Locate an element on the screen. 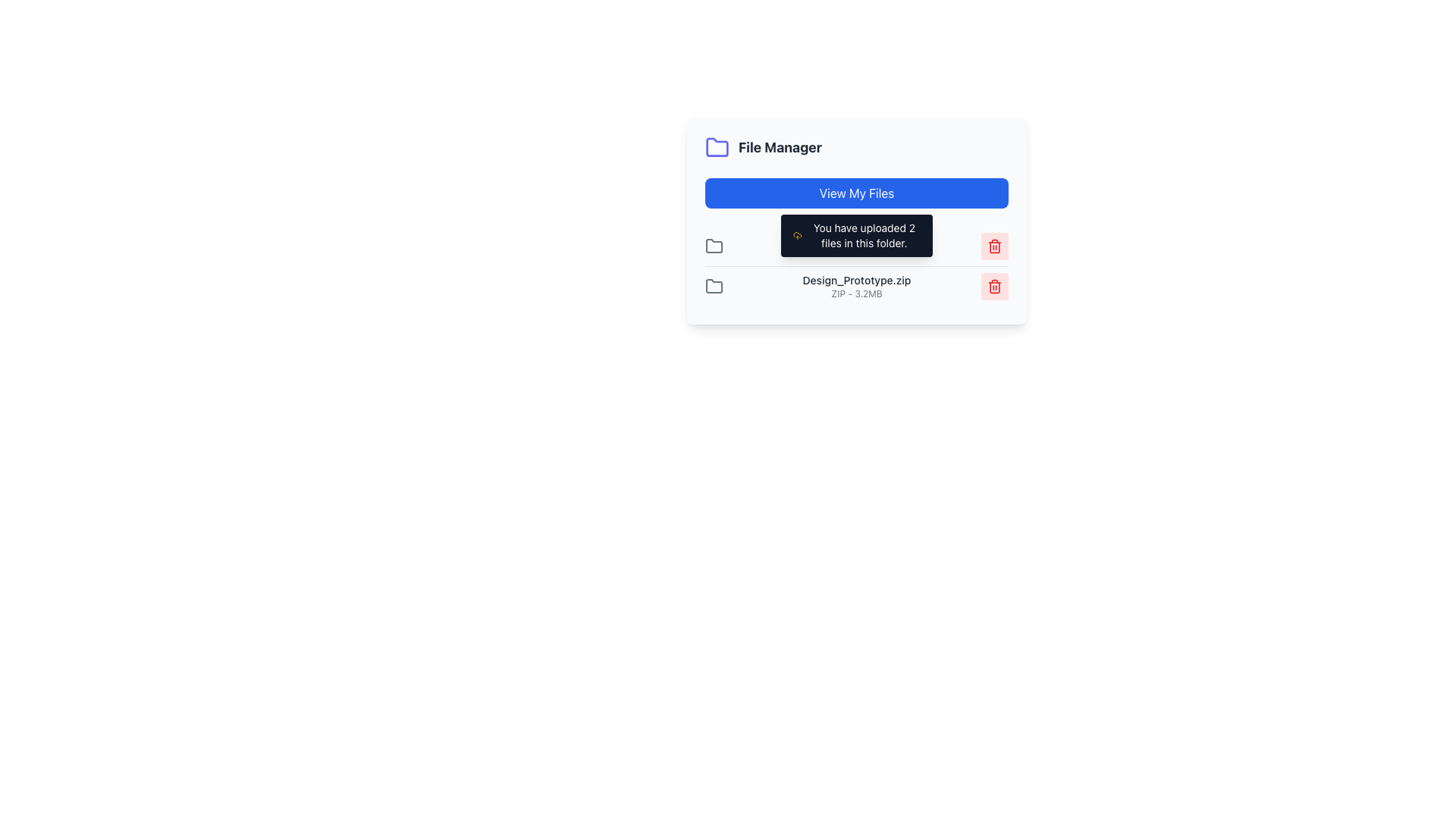 This screenshot has height=819, width=1456. the notification text that says 'You have uploaded 2 files in this folder.' with a cloud upload icon on the left, which is styled in white text on a black background is located at coordinates (856, 236).